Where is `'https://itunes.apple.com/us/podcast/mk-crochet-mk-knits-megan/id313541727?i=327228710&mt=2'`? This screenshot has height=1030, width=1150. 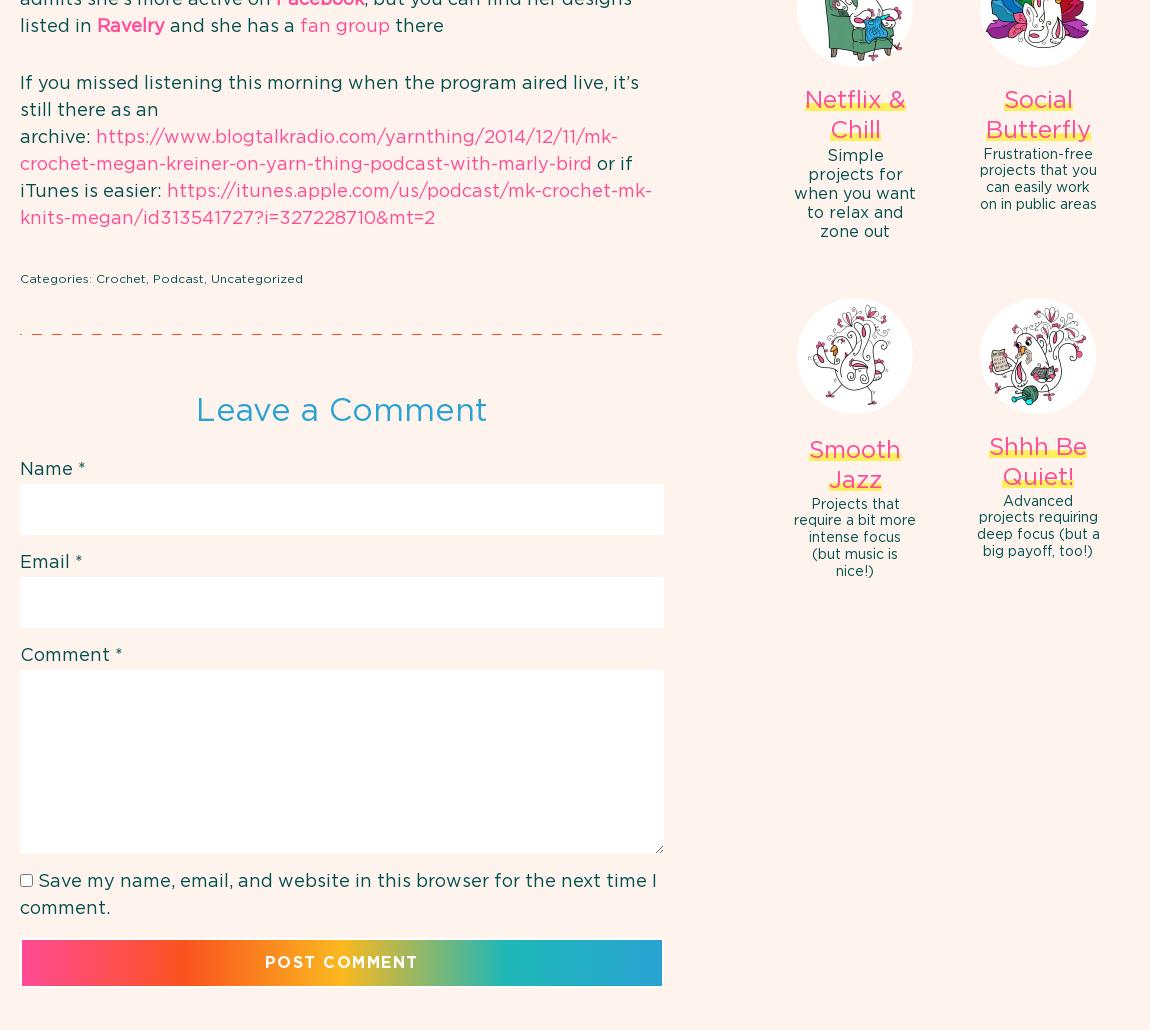 'https://itunes.apple.com/us/podcast/mk-crochet-mk-knits-megan/id313541727?i=327228710&mt=2' is located at coordinates (336, 204).